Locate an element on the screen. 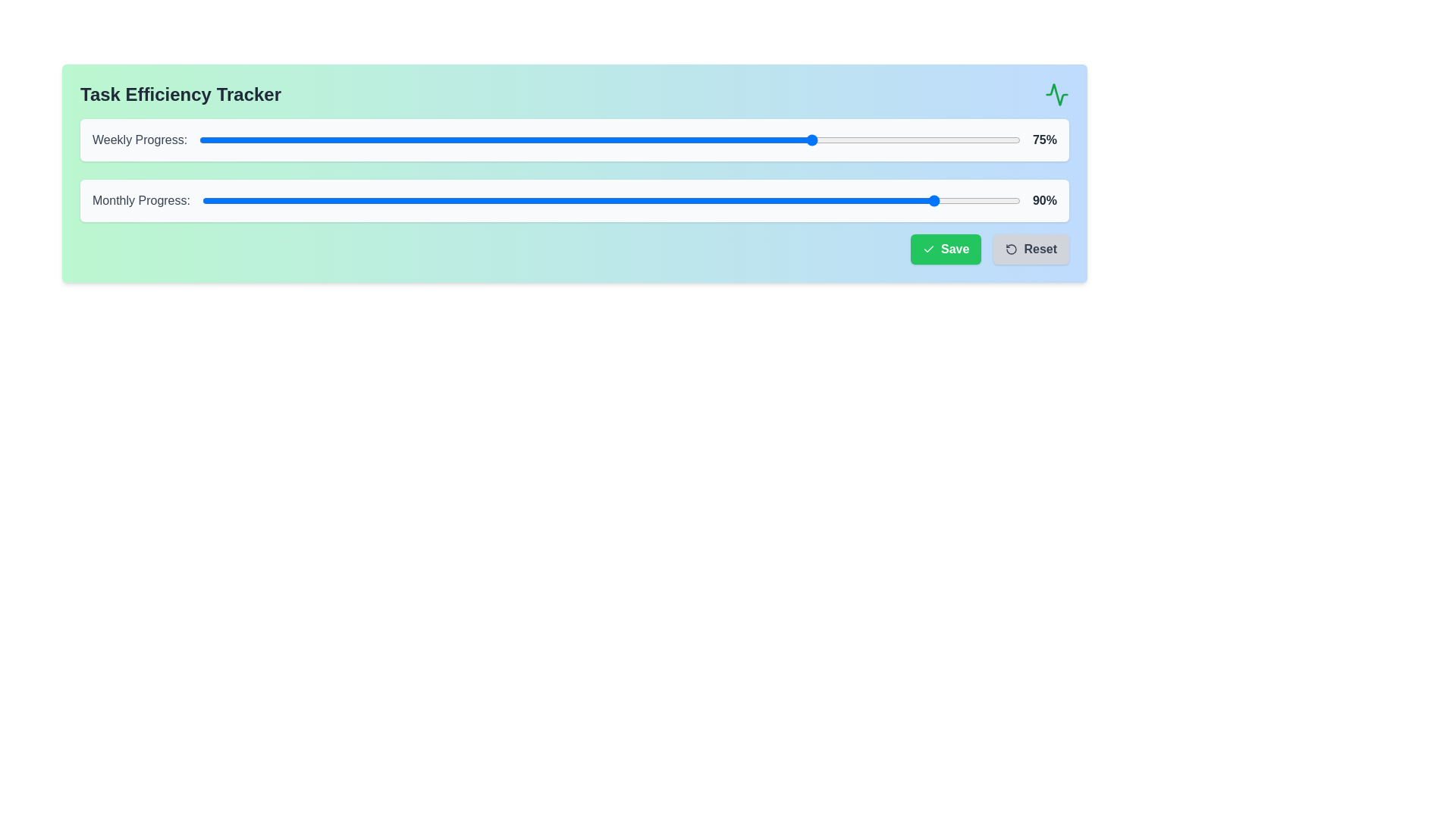 This screenshot has height=819, width=1456. the 'Reset' button to reset the progress values is located at coordinates (1031, 248).